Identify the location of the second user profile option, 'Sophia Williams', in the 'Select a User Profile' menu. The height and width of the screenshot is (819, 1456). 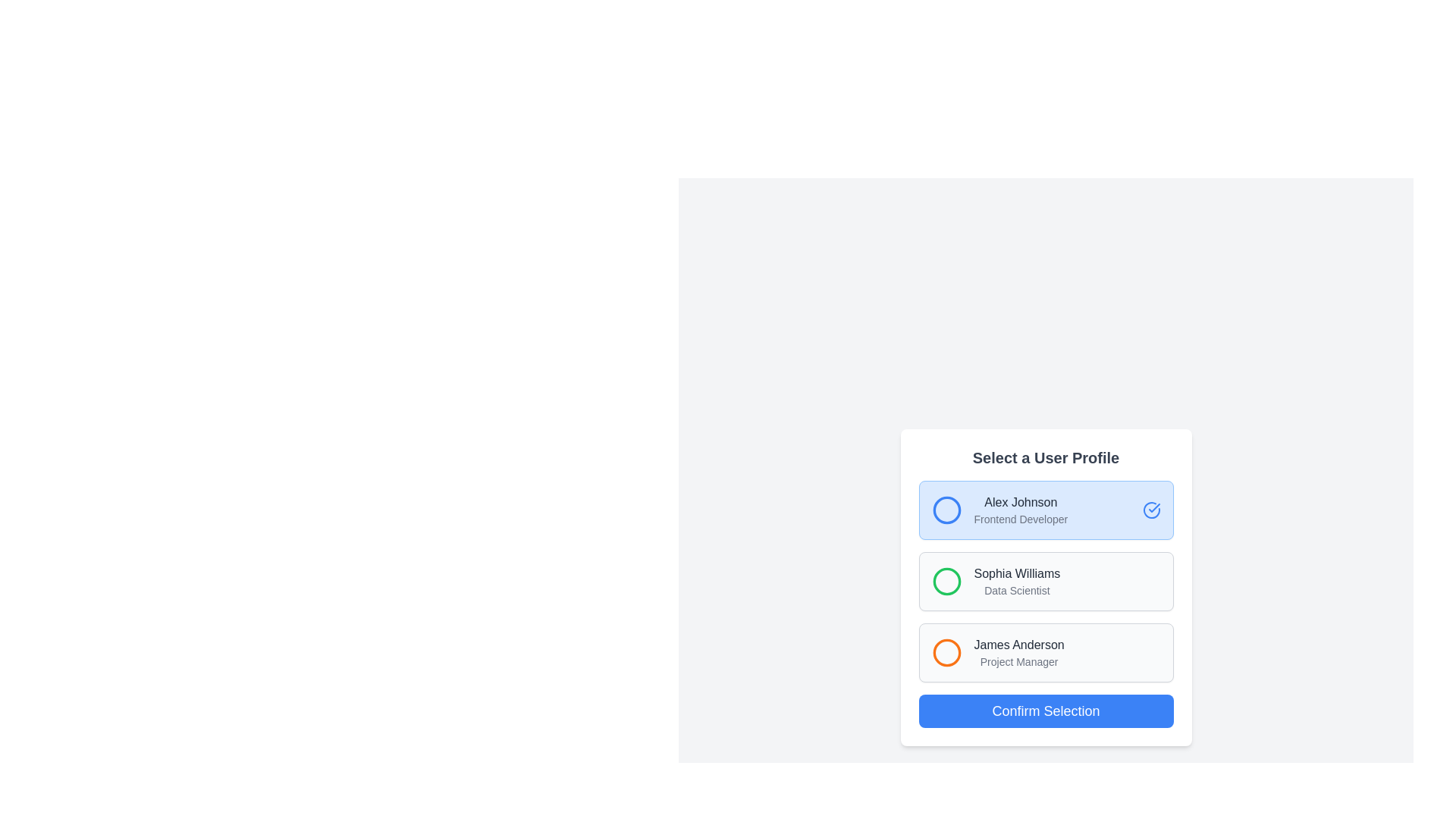
(1045, 581).